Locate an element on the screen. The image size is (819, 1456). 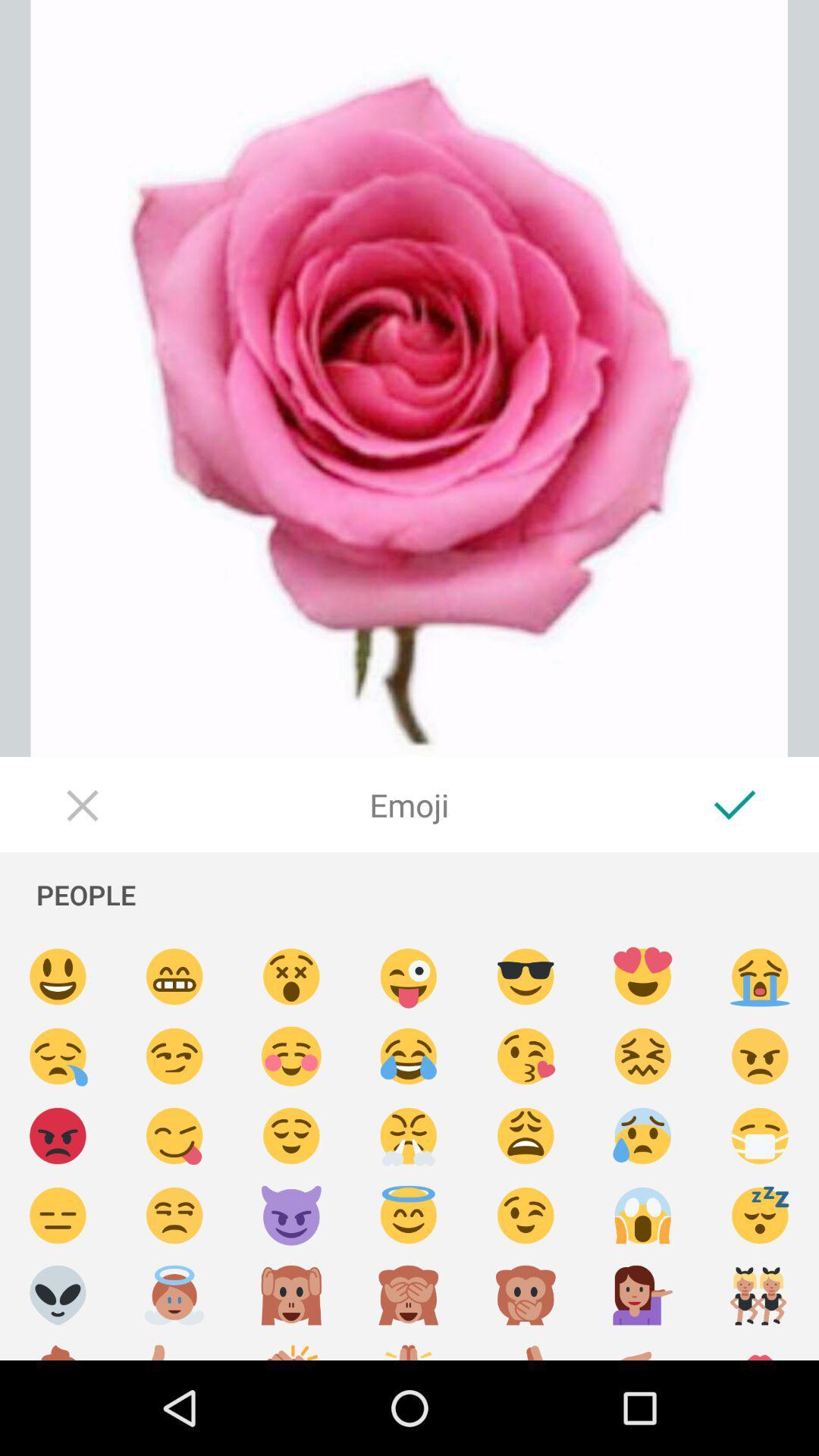
insert crying-laughing emoji is located at coordinates (408, 1056).